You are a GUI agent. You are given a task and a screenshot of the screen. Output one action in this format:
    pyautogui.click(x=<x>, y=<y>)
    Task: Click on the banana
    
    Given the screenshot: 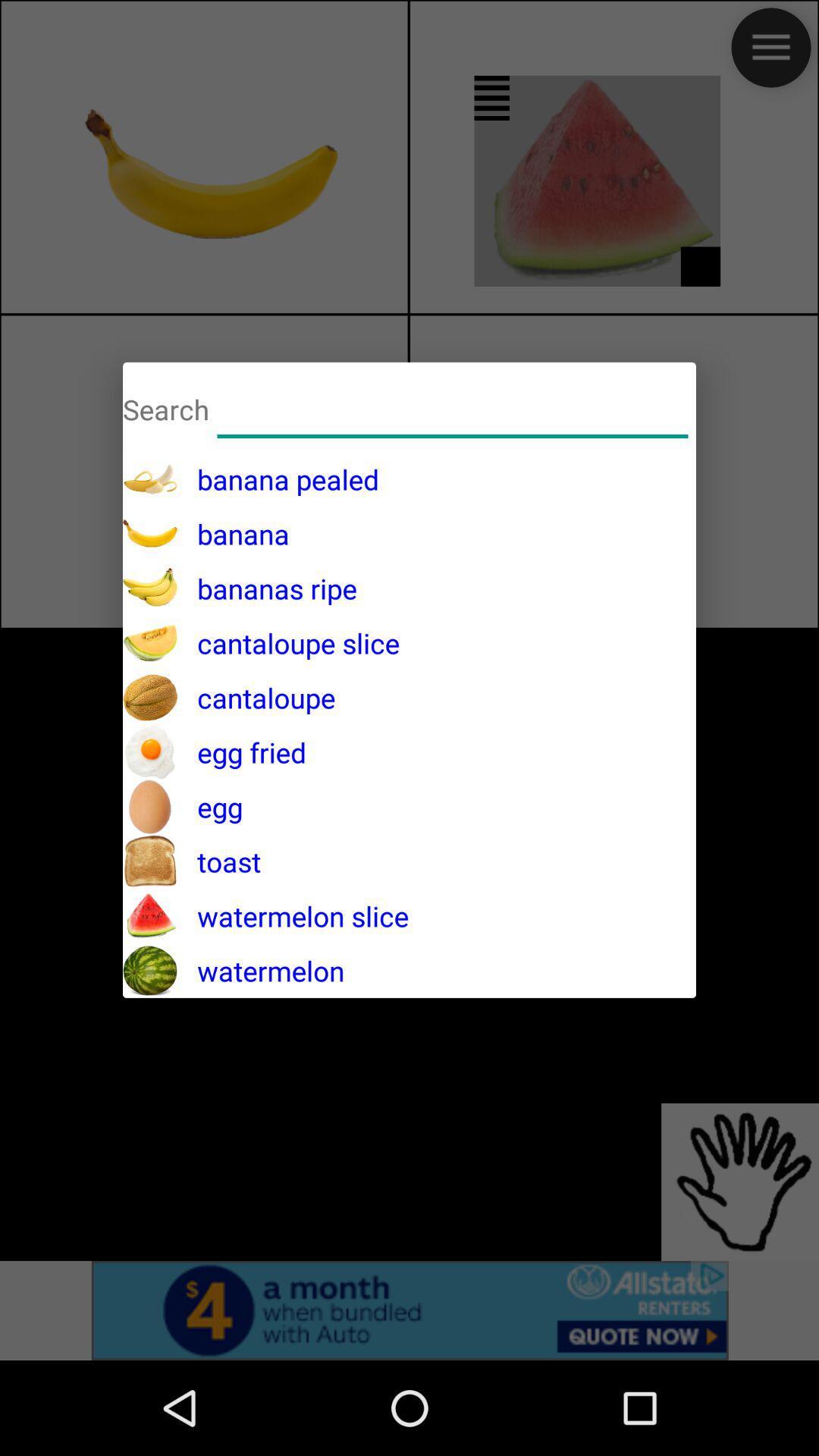 What is the action you would take?
    pyautogui.click(x=452, y=407)
    